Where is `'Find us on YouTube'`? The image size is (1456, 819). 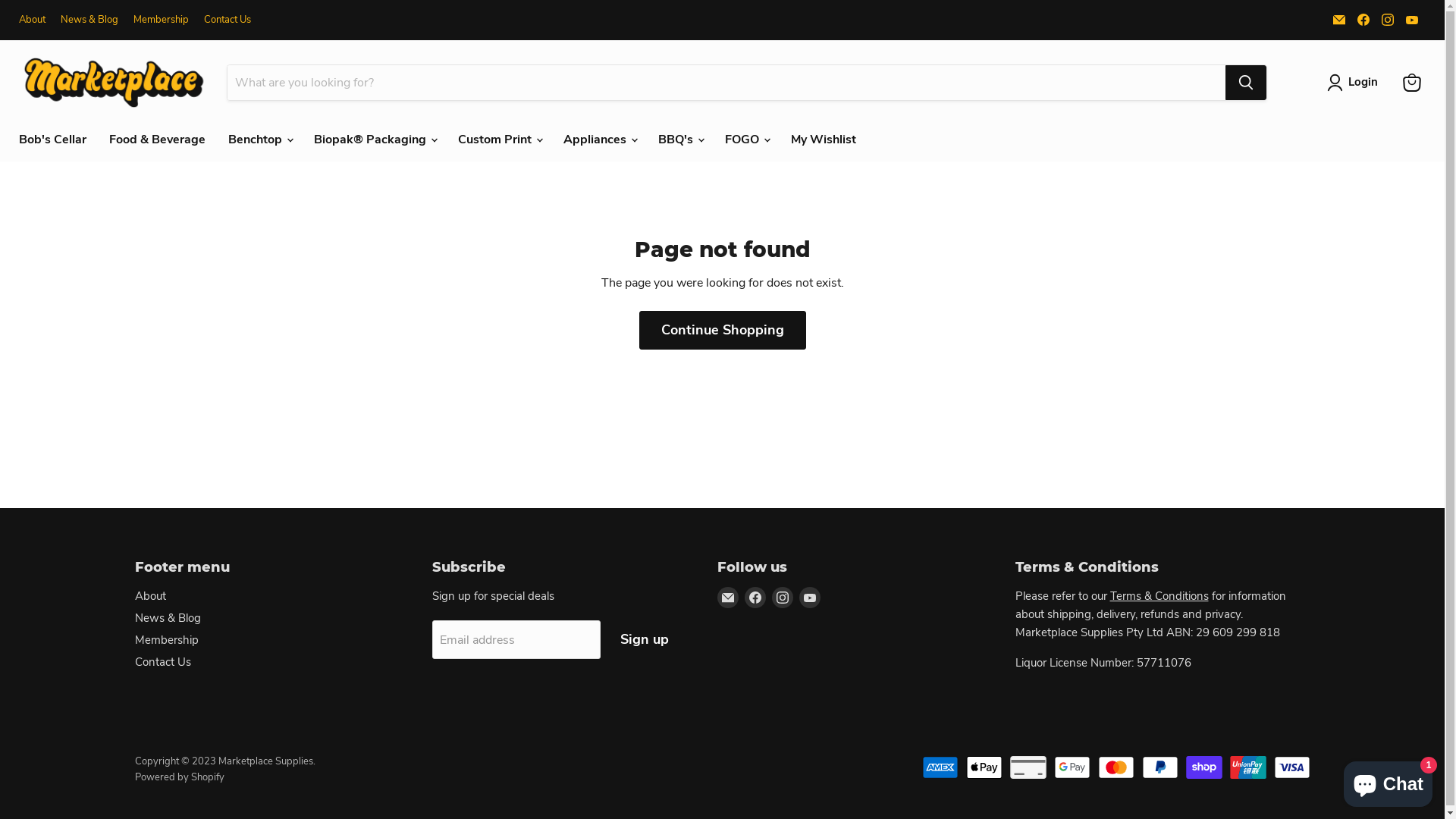
'Find us on YouTube' is located at coordinates (1411, 20).